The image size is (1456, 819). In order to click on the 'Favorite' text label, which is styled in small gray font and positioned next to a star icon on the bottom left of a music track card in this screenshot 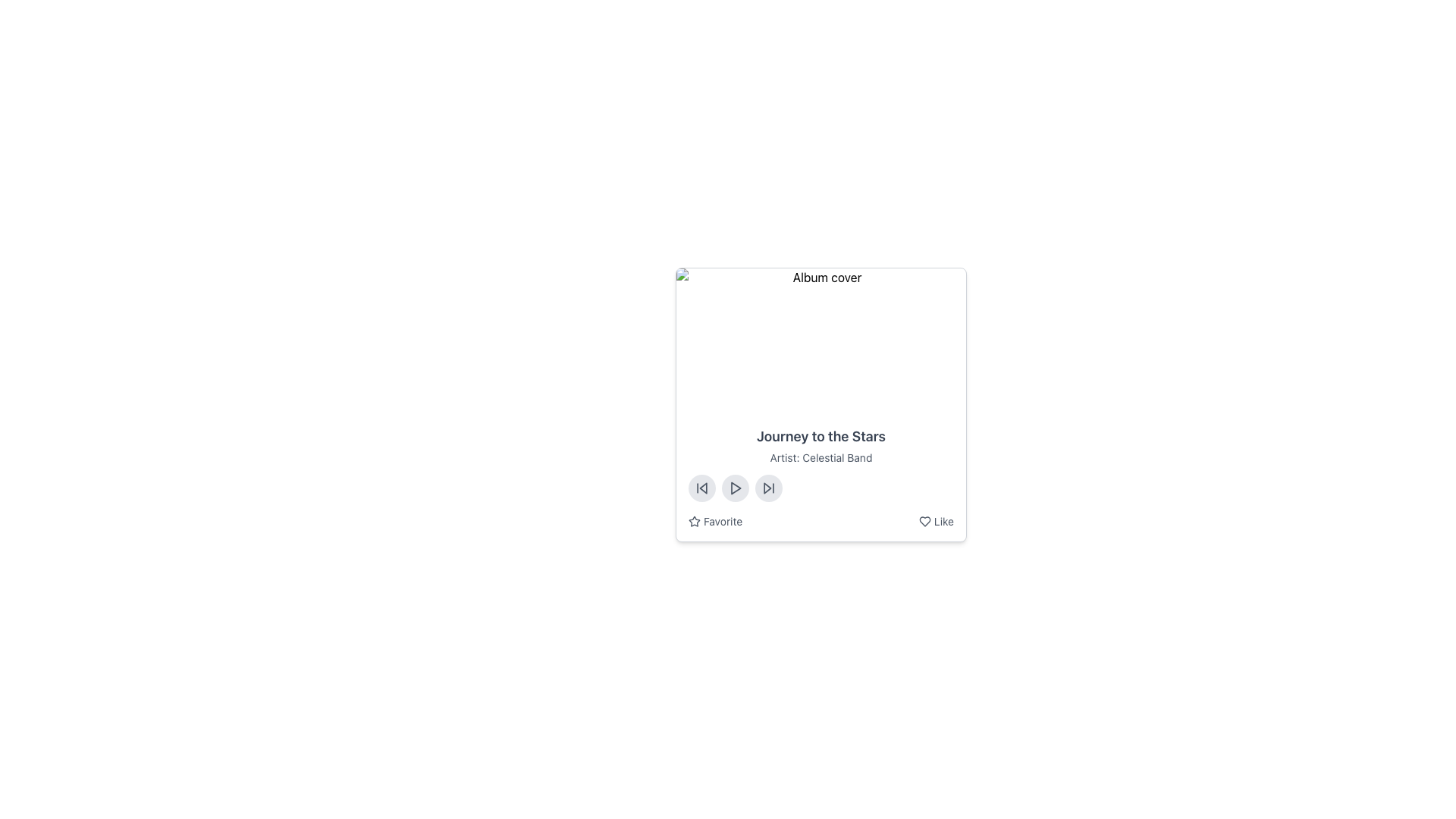, I will do `click(722, 520)`.